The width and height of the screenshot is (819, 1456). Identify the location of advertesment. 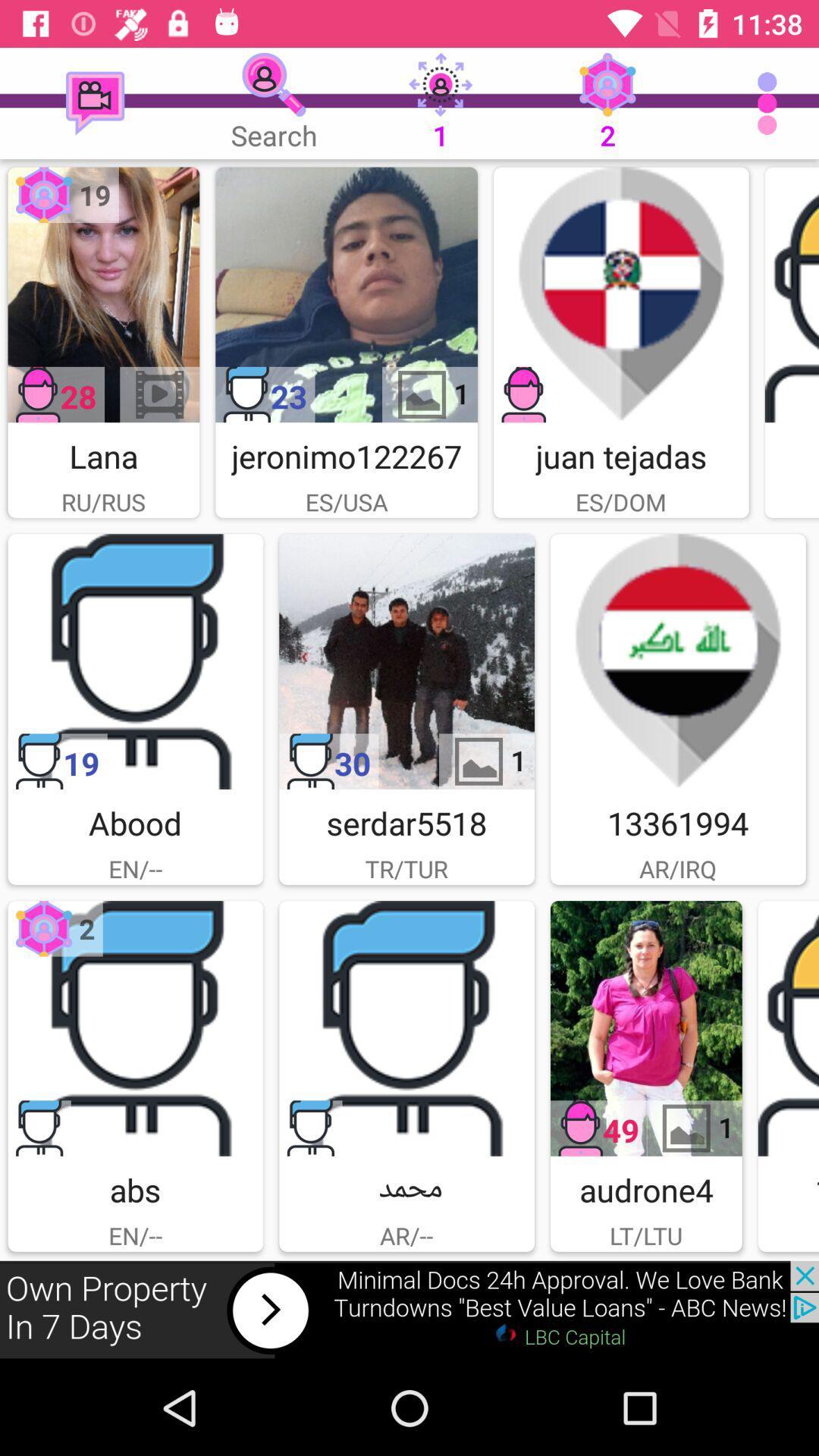
(406, 661).